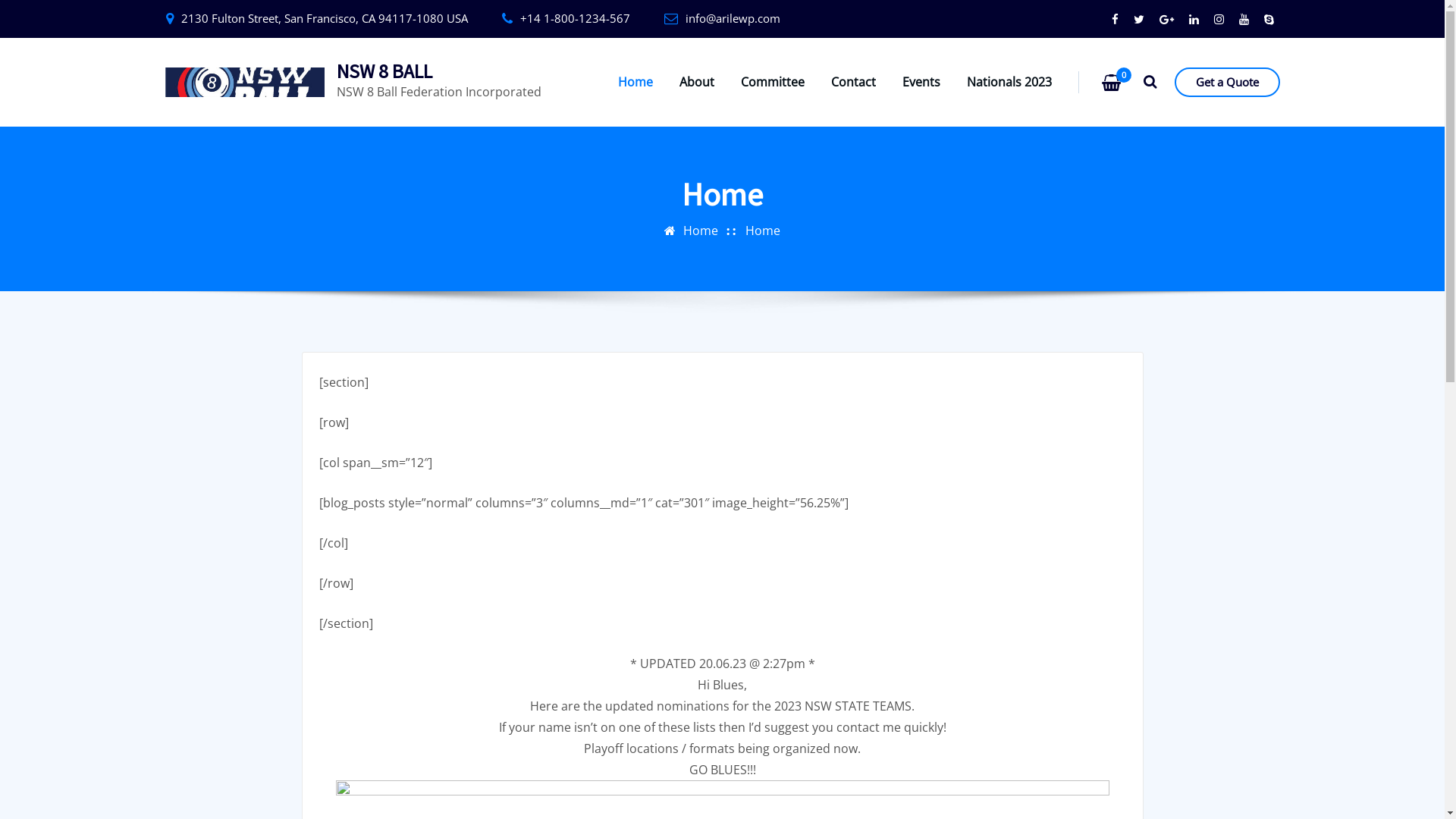 This screenshot has height=819, width=1456. What do you see at coordinates (336, 71) in the screenshot?
I see `'NSW 8 BALL'` at bounding box center [336, 71].